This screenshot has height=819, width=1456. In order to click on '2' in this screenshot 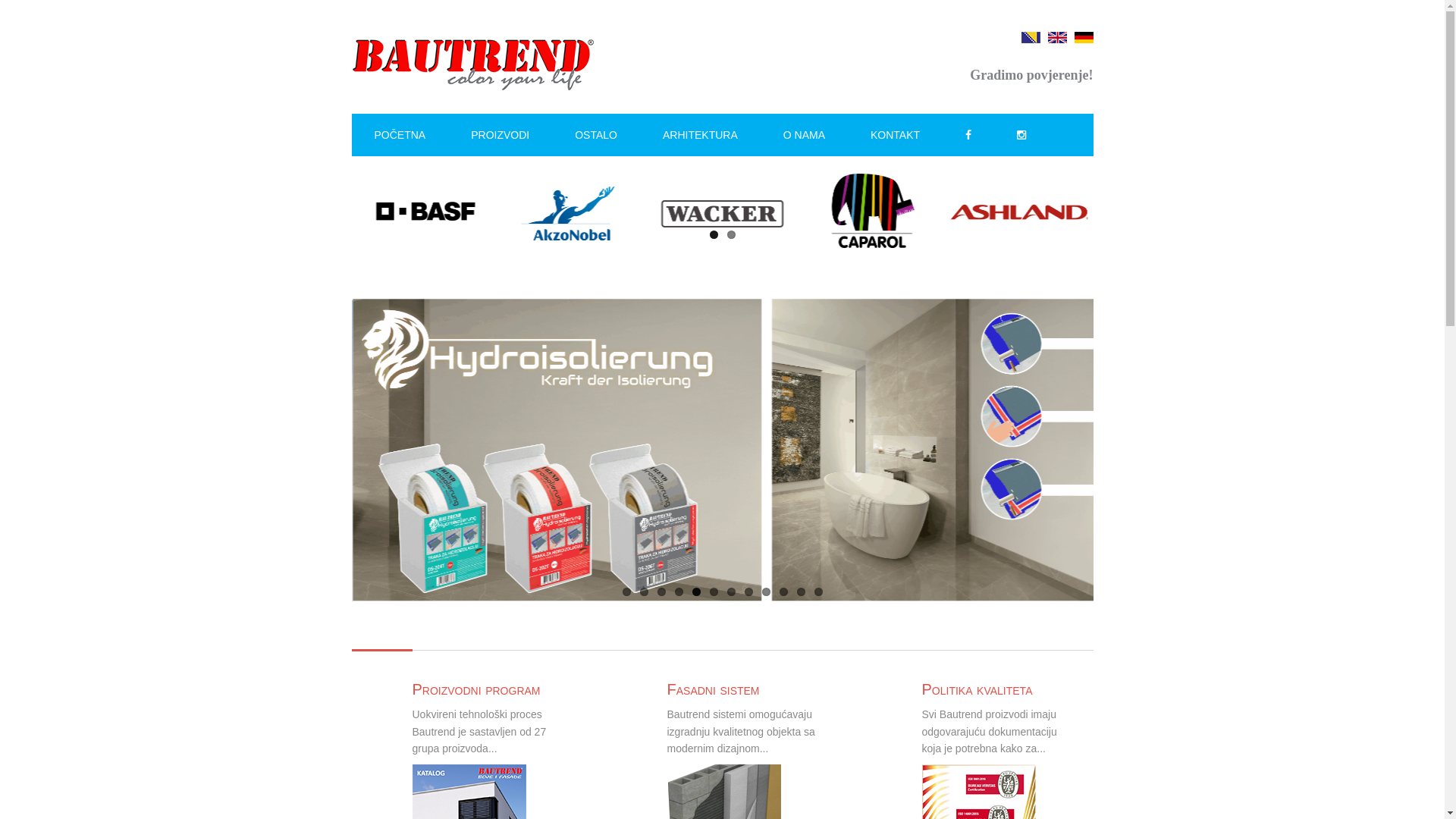, I will do `click(730, 234)`.